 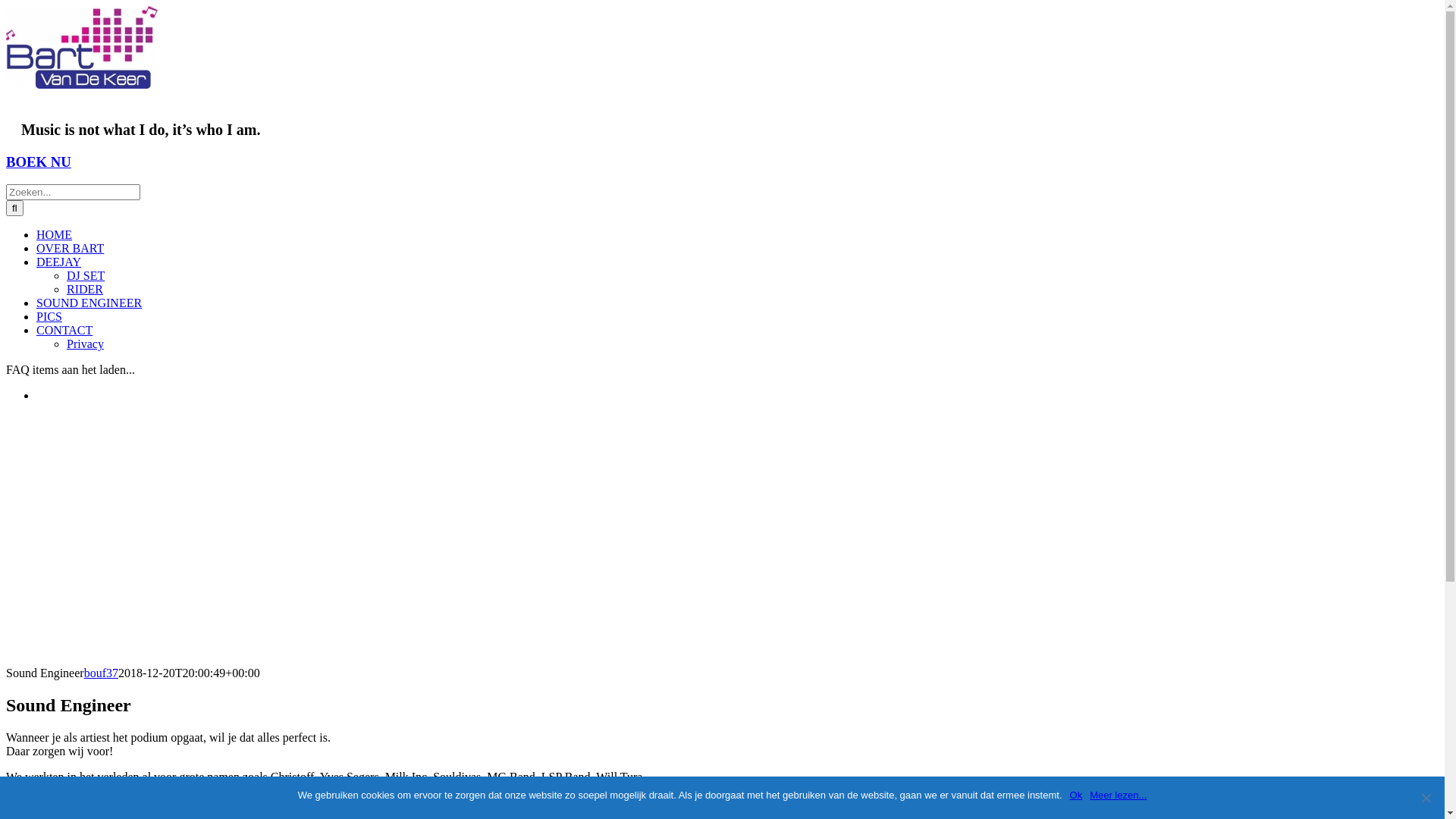 I want to click on 'Meer lezen...', so click(x=1118, y=795).